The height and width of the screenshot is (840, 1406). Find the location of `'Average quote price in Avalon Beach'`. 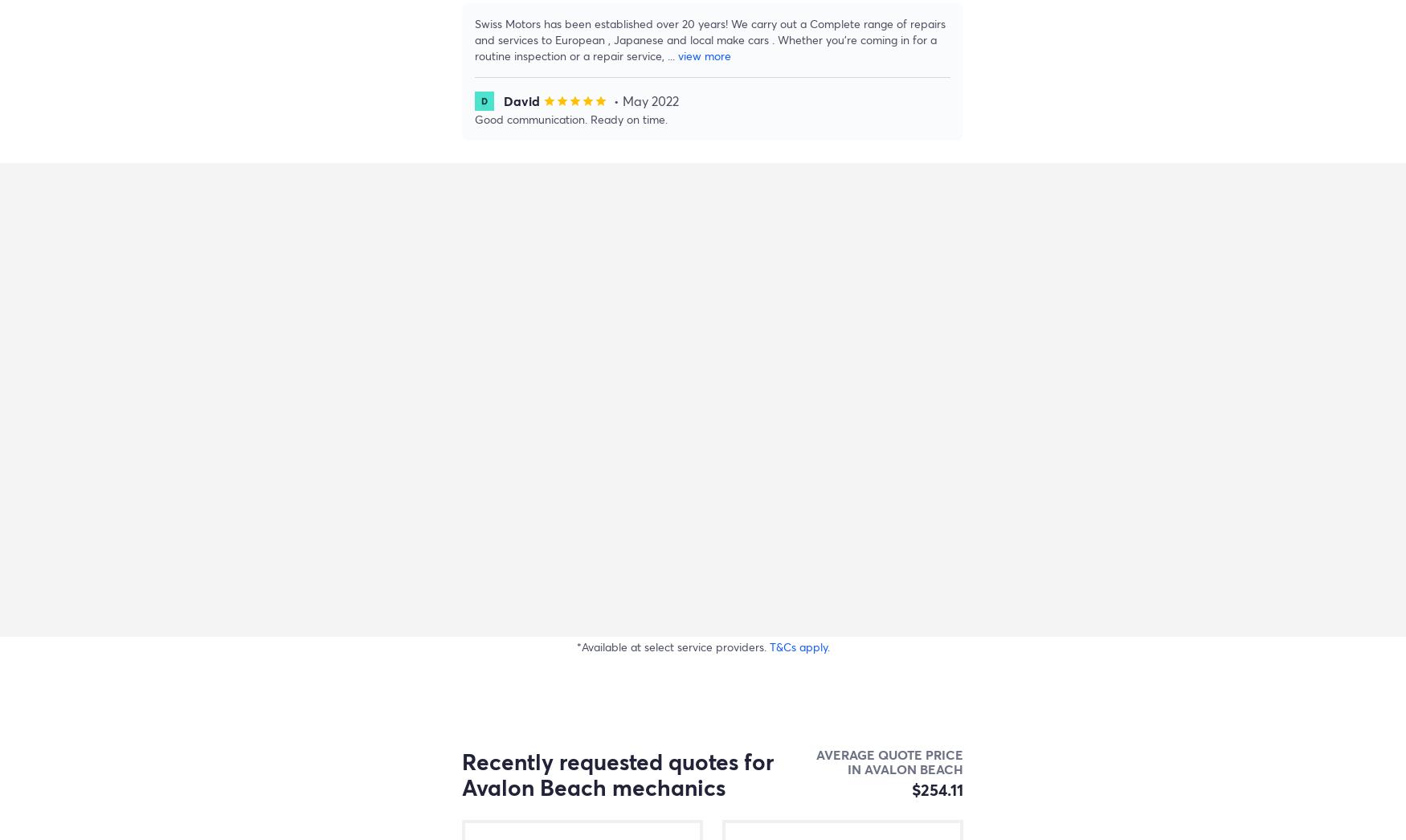

'Average quote price in Avalon Beach' is located at coordinates (889, 760).